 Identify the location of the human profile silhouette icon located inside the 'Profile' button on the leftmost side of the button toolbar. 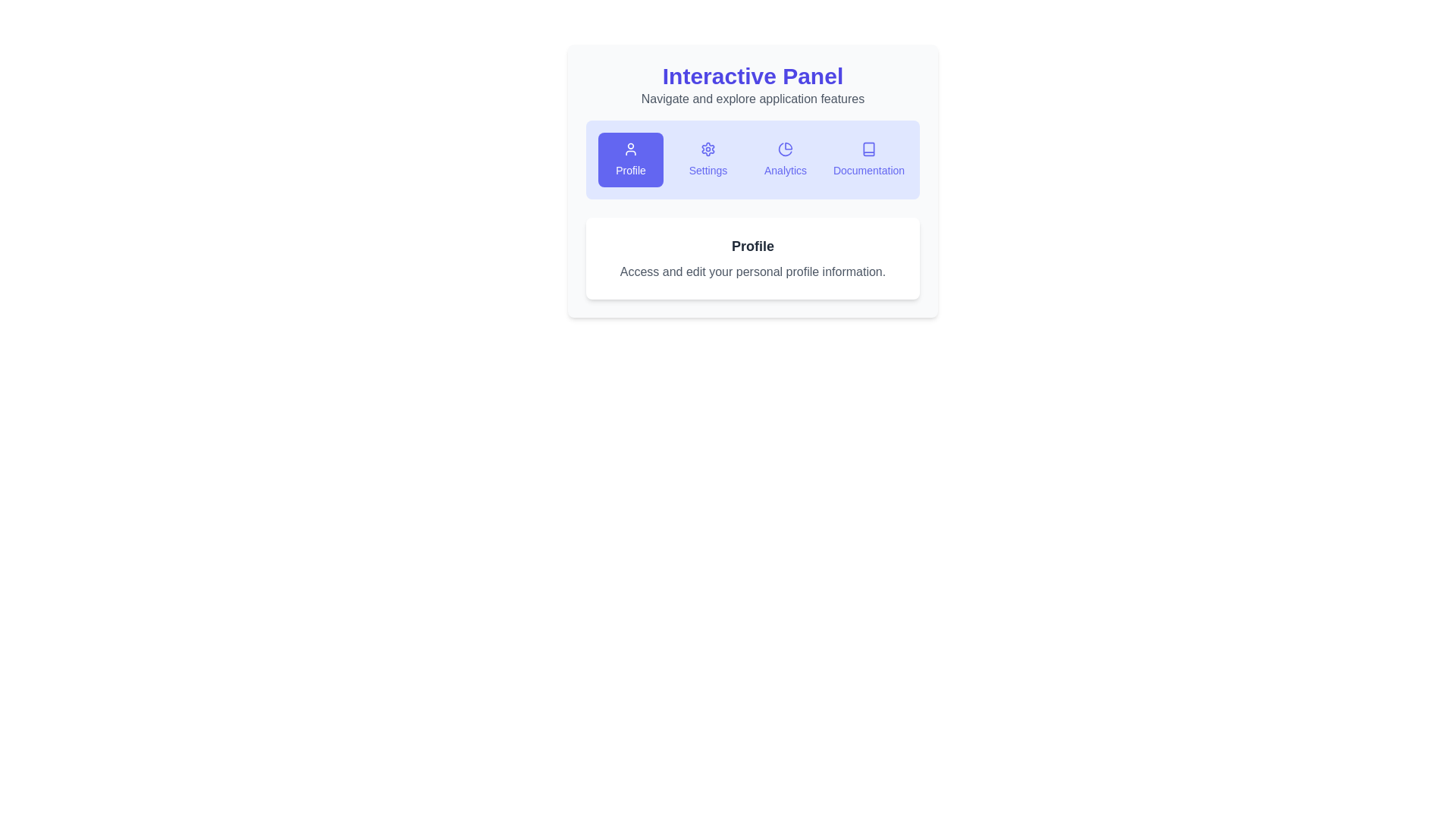
(630, 149).